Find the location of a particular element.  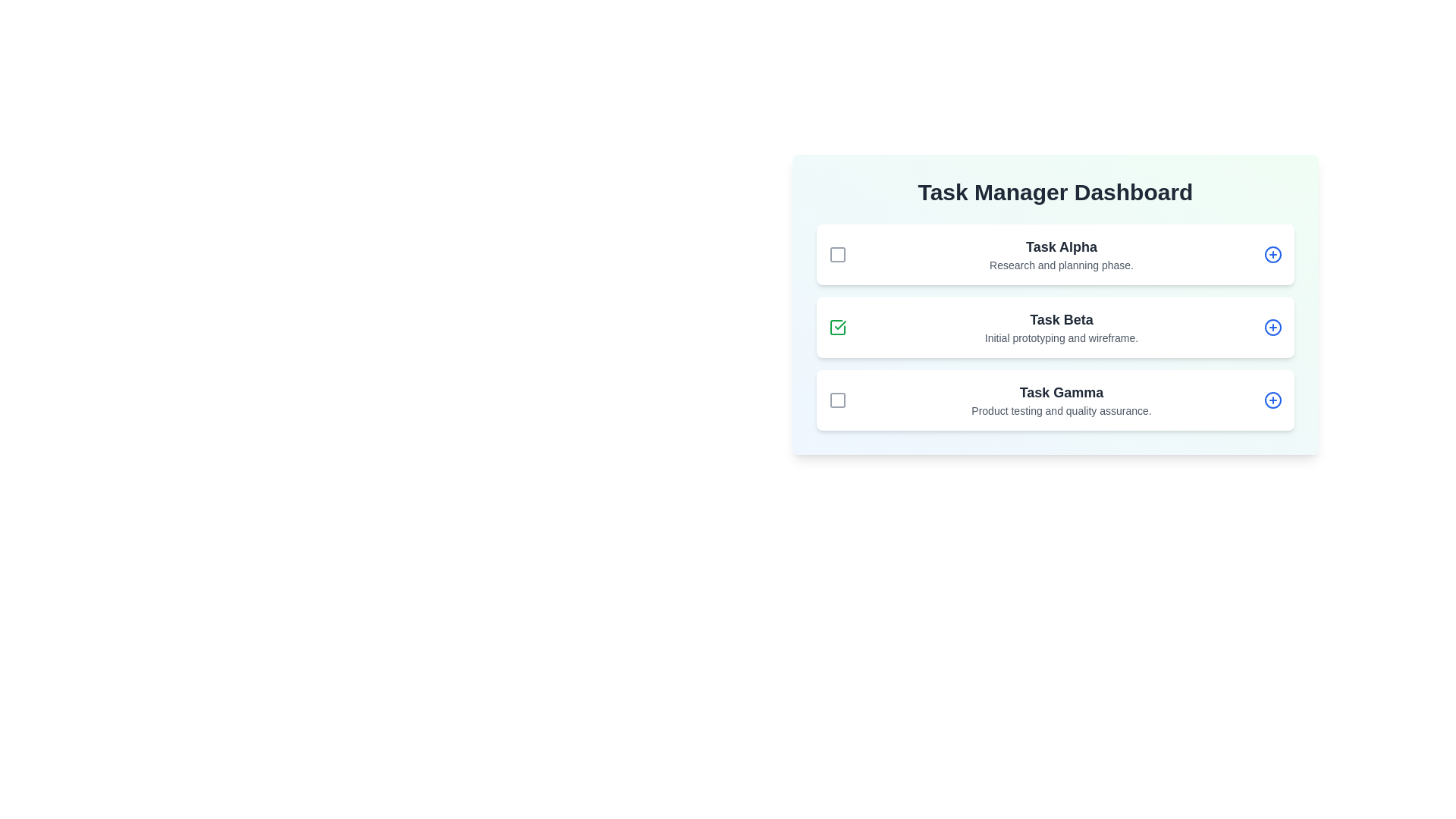

the action button for Task Beta is located at coordinates (1273, 327).